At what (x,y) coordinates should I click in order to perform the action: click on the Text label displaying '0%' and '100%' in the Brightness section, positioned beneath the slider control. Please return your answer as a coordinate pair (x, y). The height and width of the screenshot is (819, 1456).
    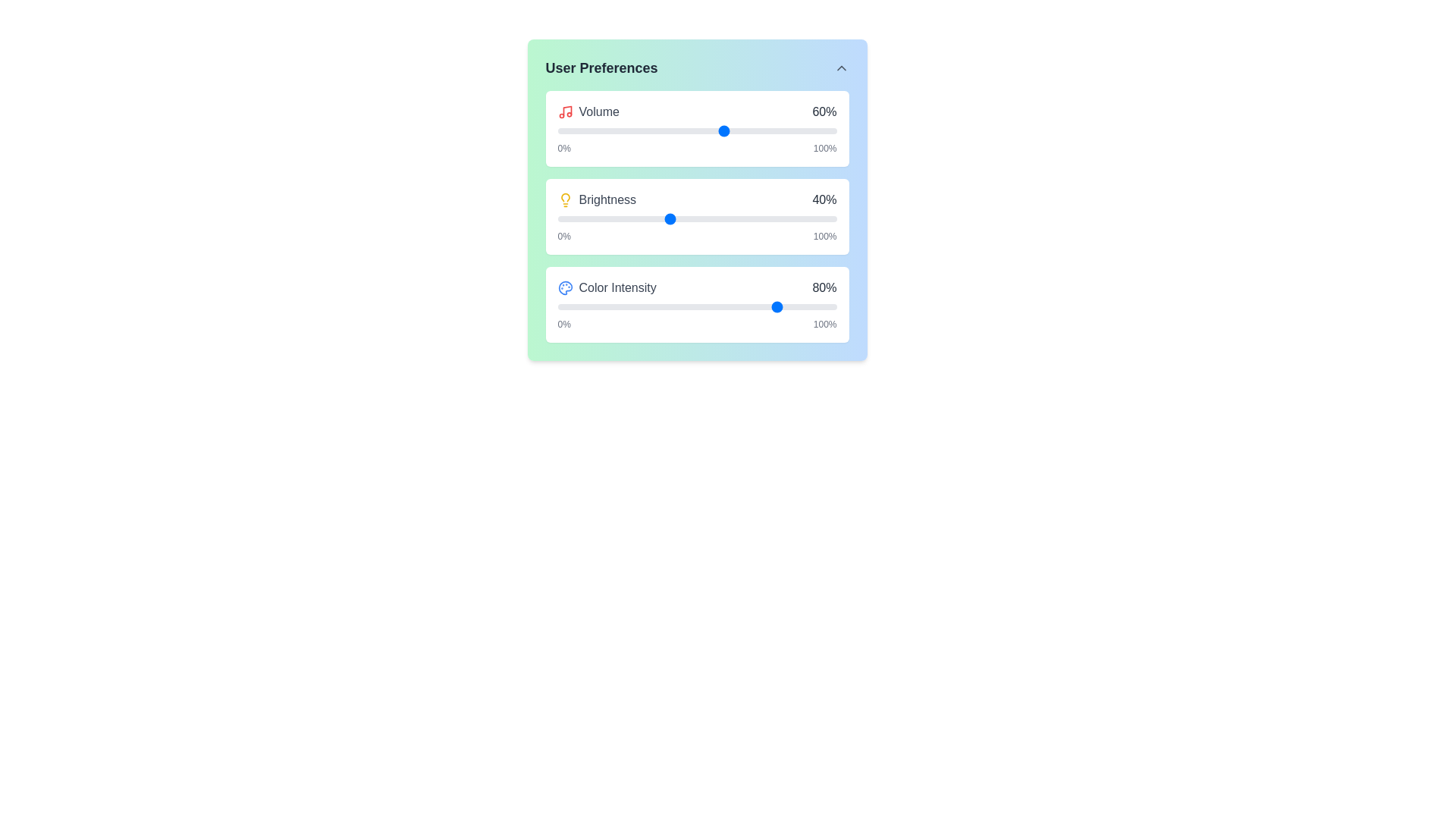
    Looking at the image, I should click on (696, 237).